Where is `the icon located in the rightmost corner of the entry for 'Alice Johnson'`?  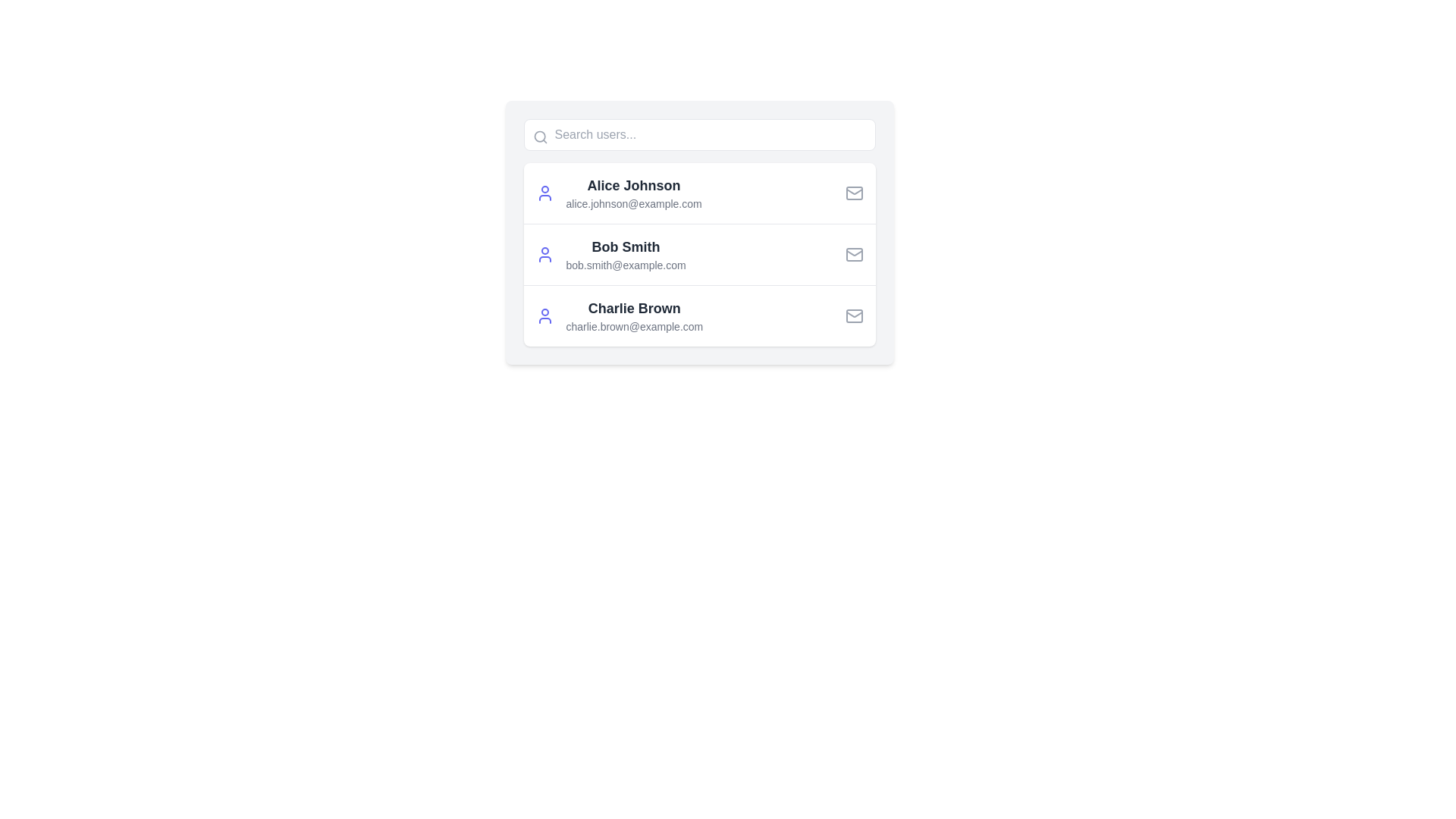
the icon located in the rightmost corner of the entry for 'Alice Johnson' is located at coordinates (854, 192).